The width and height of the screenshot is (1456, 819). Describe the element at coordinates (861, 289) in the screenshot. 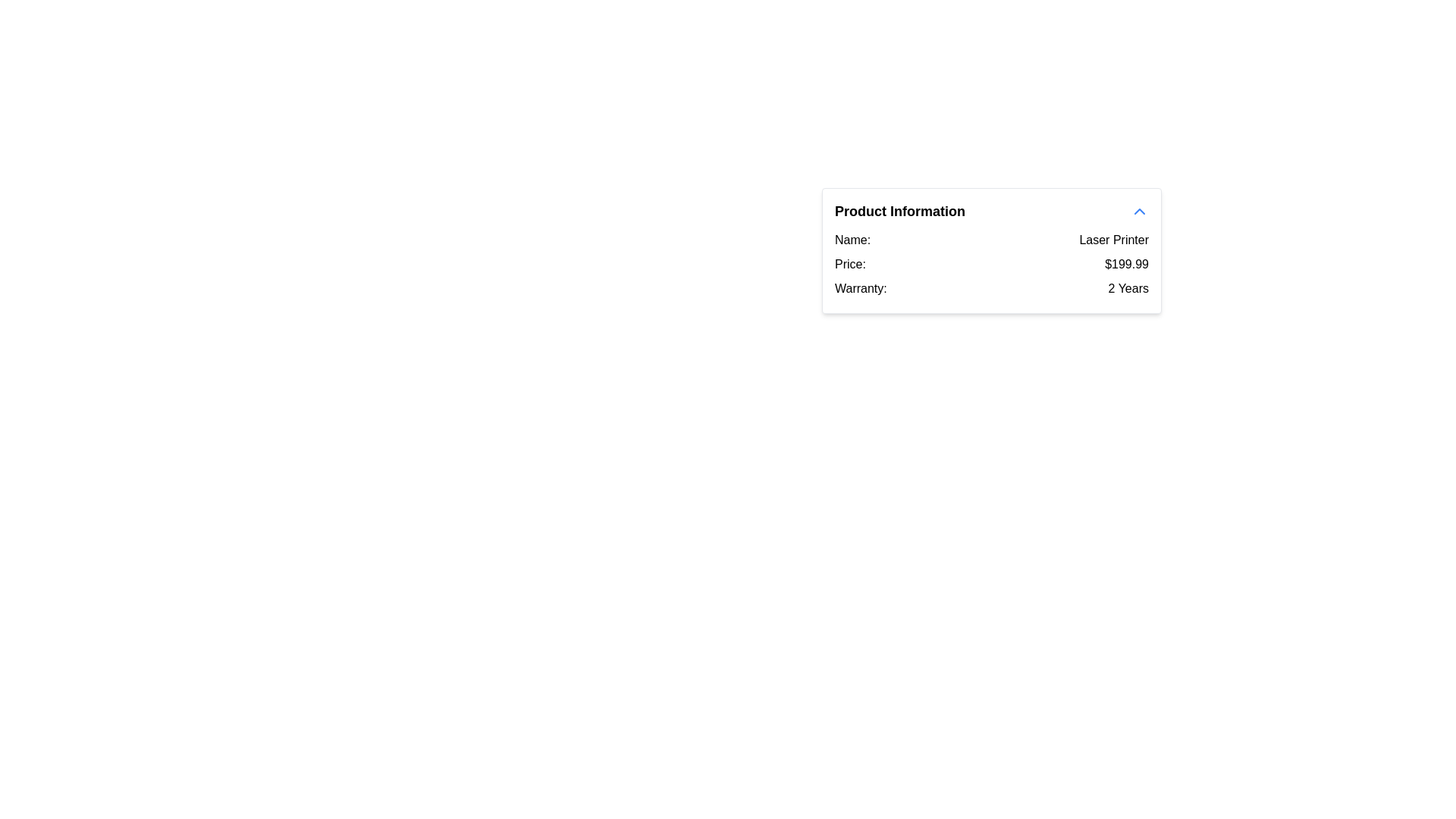

I see `the Text Label that identifies the warranty information, located beneath the 'Price:' label and aligned with its value on the right` at that location.